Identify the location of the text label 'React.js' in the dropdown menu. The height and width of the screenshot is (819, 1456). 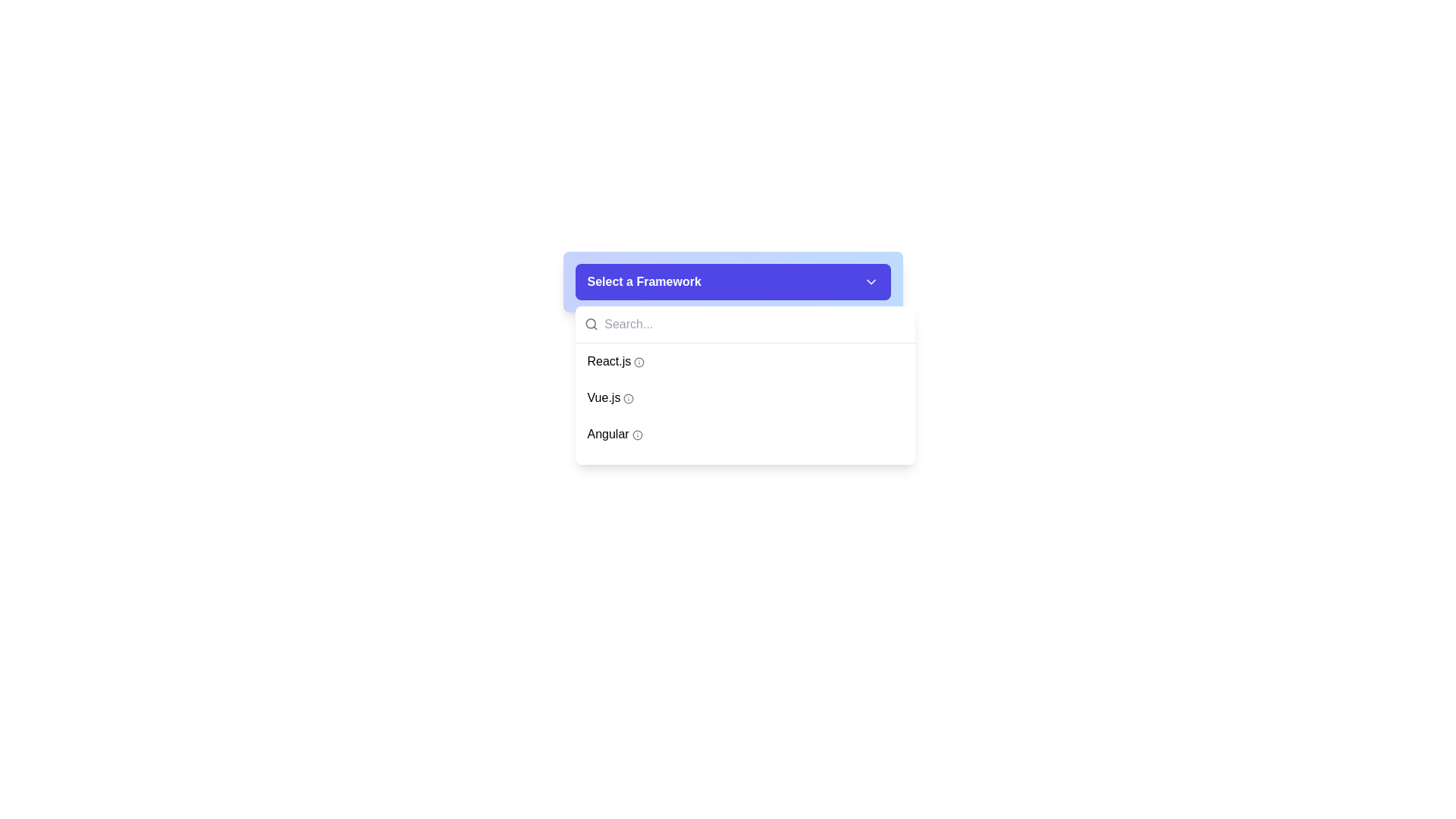
(616, 362).